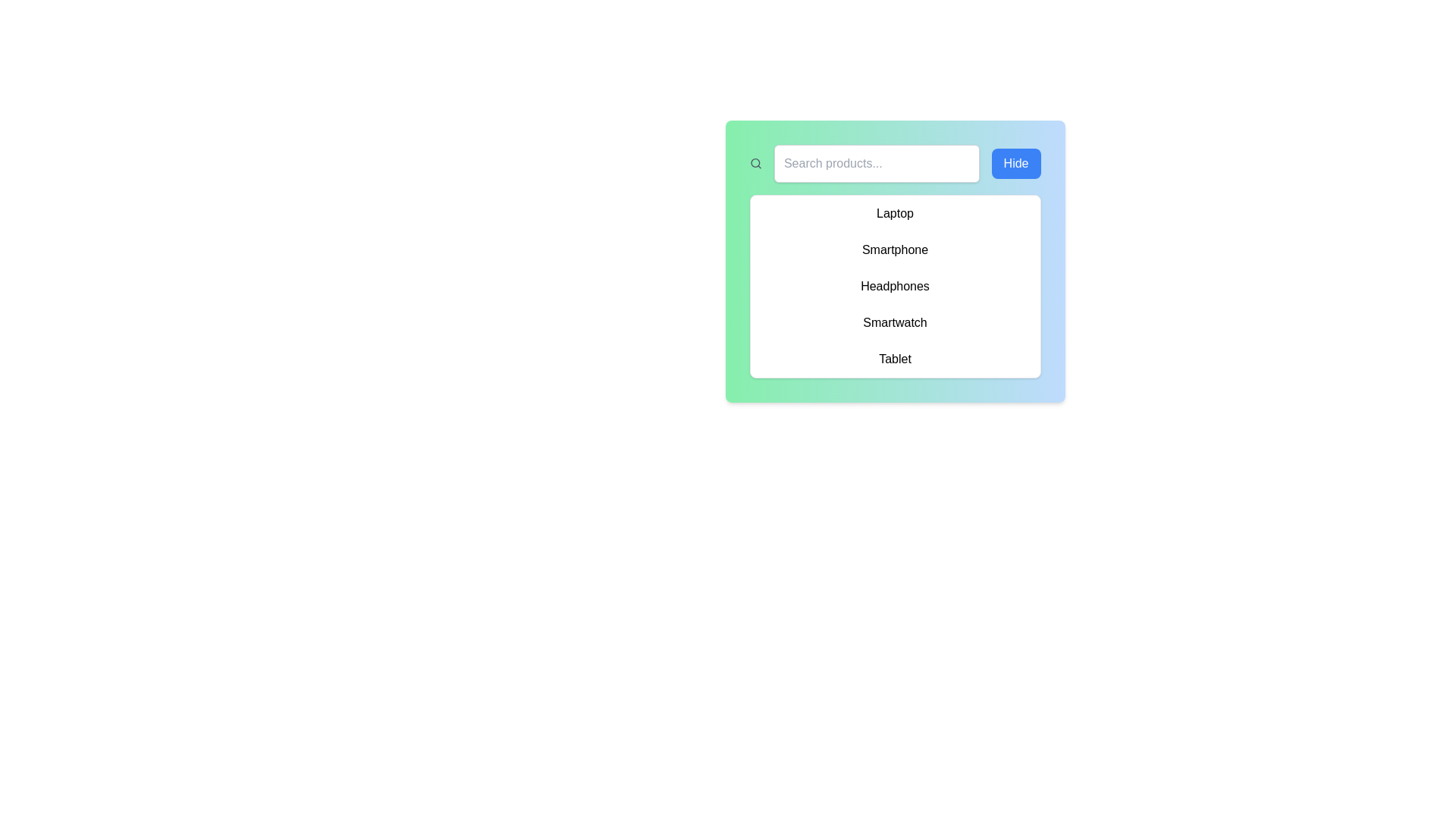 The image size is (1456, 819). What do you see at coordinates (895, 249) in the screenshot?
I see `the 'Smartphone' selectable list item` at bounding box center [895, 249].